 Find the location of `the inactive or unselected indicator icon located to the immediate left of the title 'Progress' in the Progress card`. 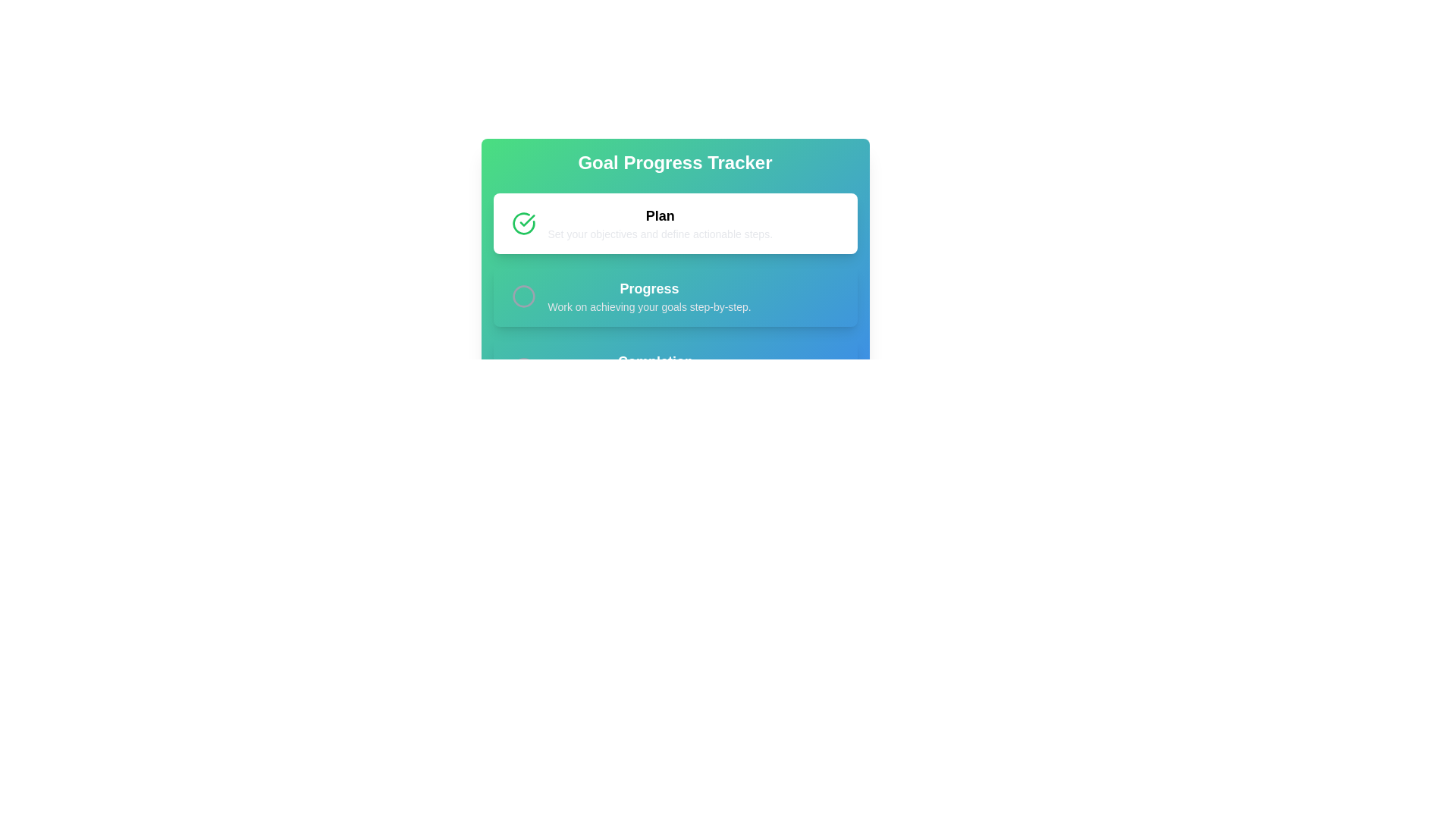

the inactive or unselected indicator icon located to the immediate left of the title 'Progress' in the Progress card is located at coordinates (523, 296).